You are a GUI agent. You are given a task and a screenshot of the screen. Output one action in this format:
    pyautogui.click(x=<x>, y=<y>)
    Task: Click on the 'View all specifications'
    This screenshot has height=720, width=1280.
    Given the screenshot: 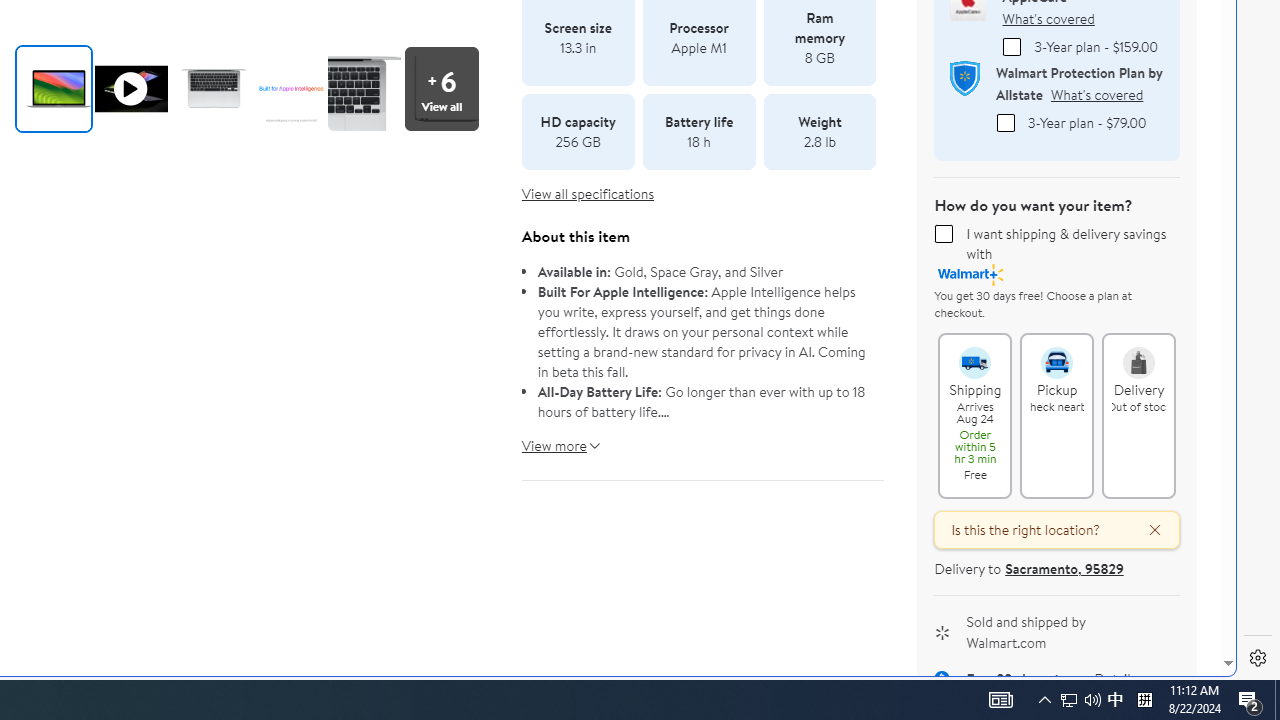 What is the action you would take?
    pyautogui.click(x=587, y=194)
    